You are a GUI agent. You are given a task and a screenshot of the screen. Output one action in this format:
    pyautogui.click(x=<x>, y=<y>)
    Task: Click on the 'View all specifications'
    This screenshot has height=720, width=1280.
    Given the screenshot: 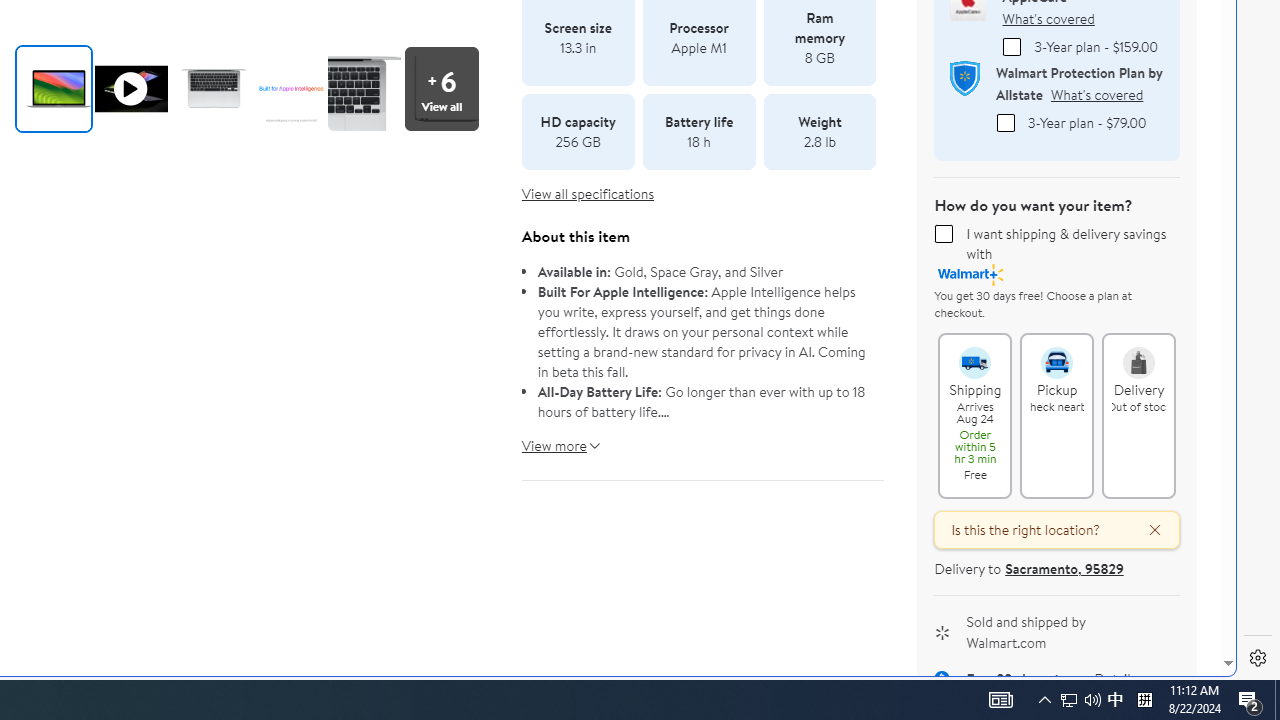 What is the action you would take?
    pyautogui.click(x=587, y=194)
    